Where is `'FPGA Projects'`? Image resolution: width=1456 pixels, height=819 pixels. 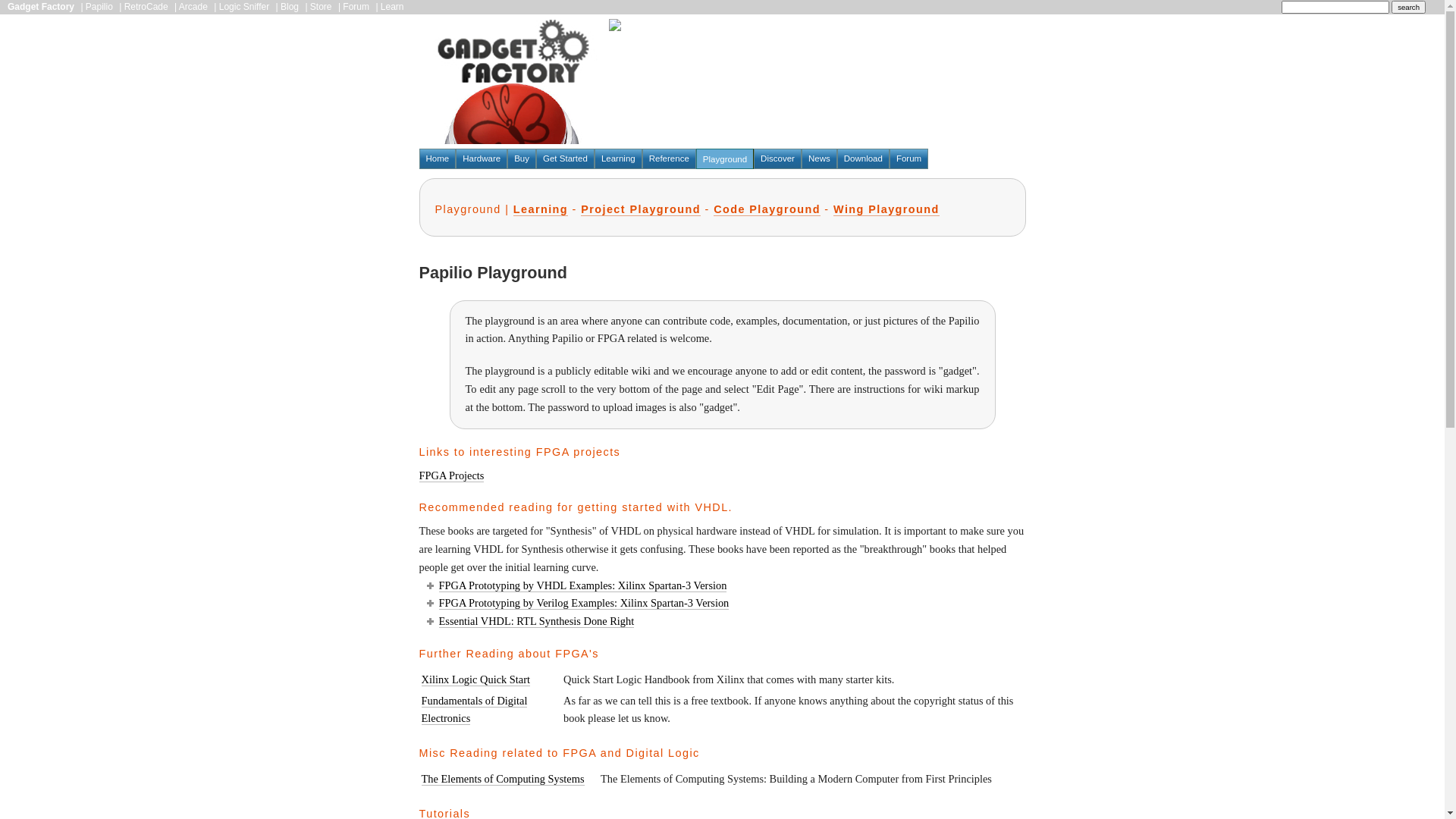
'FPGA Projects' is located at coordinates (450, 475).